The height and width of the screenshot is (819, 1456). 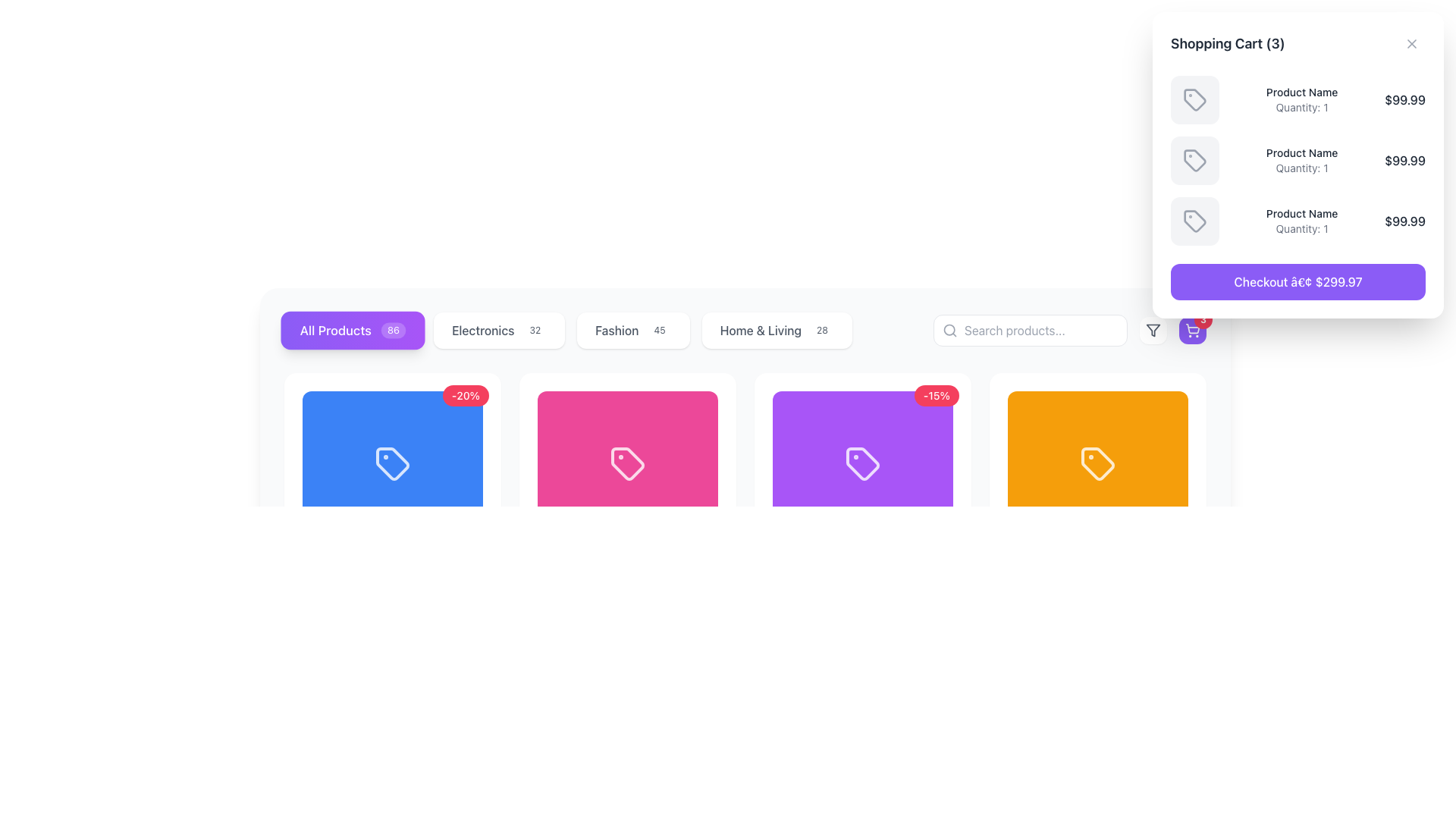 What do you see at coordinates (1194, 221) in the screenshot?
I see `the square icon with rounded corners in the Shopping Cart section, which represents the third item in the cart list` at bounding box center [1194, 221].